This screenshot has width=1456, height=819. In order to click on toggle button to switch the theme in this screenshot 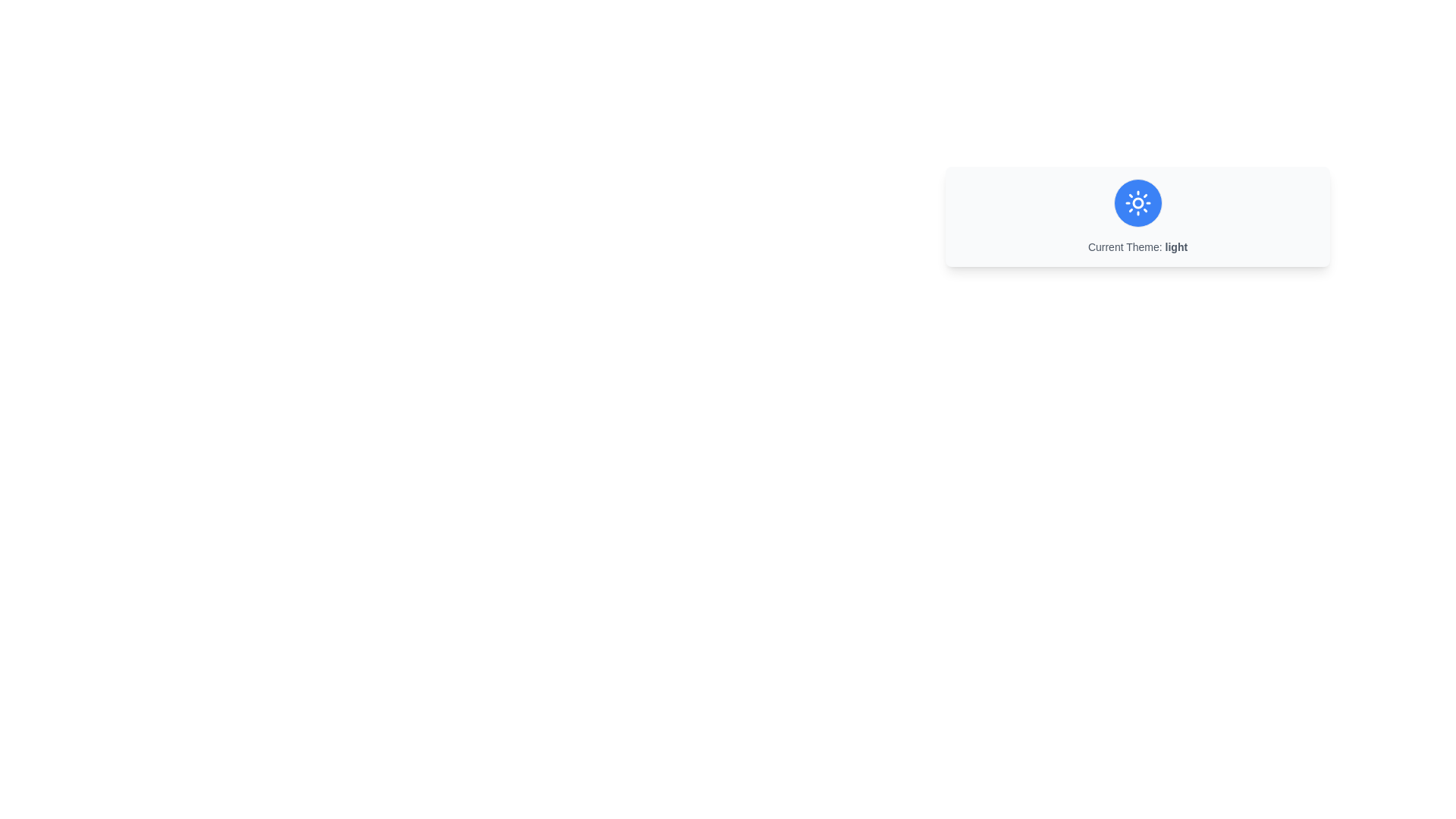, I will do `click(1137, 202)`.